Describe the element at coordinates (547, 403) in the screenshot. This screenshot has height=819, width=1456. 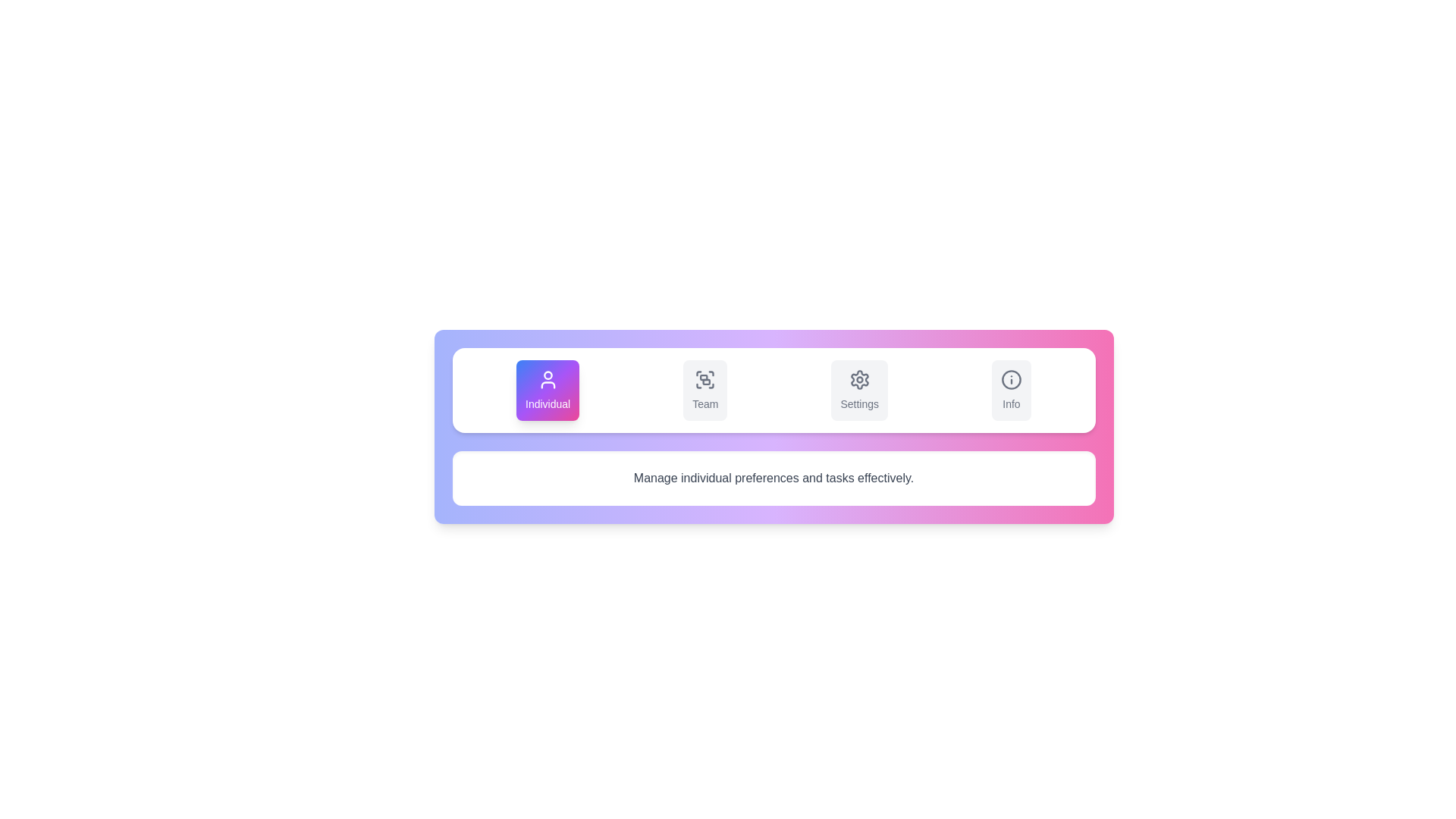
I see `the text label displaying the word 'Individual', which is located below a user profile icon within a gradient-colored rectangular card` at that location.